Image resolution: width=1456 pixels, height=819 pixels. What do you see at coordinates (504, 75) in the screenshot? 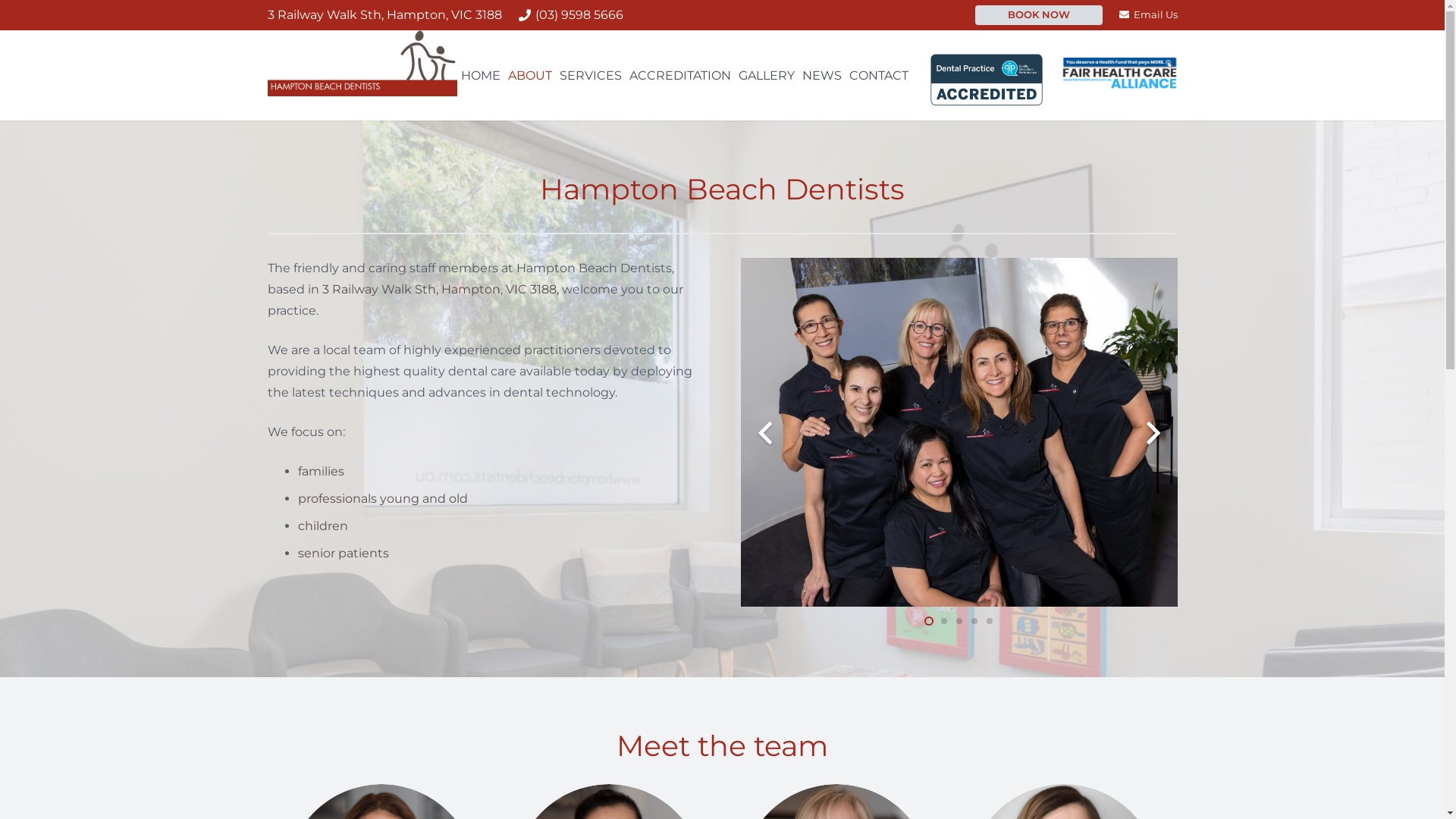
I see `'ABOUT'` at bounding box center [504, 75].